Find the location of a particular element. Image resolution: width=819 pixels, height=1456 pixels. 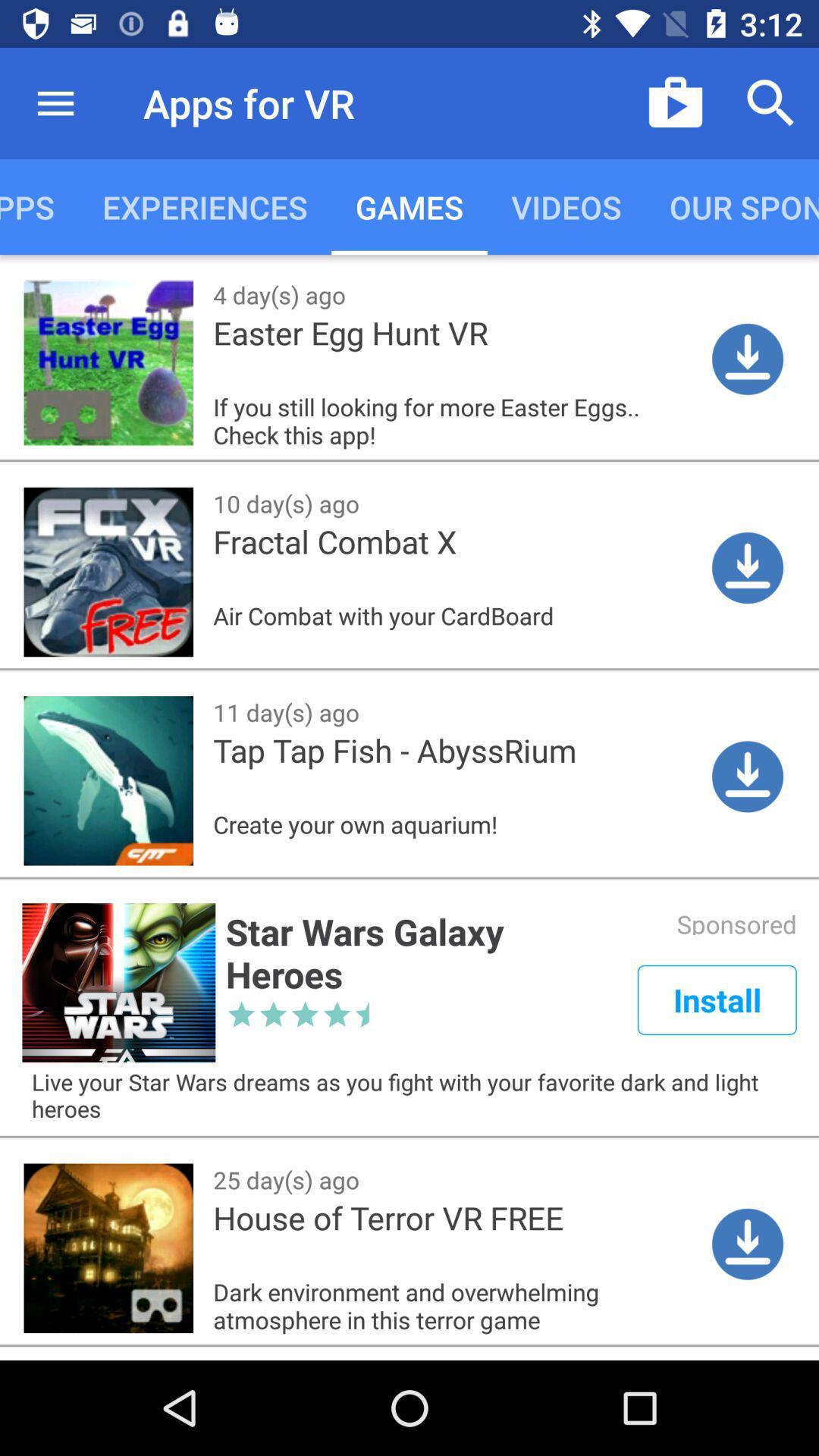

icon next to apps for vr icon is located at coordinates (675, 102).